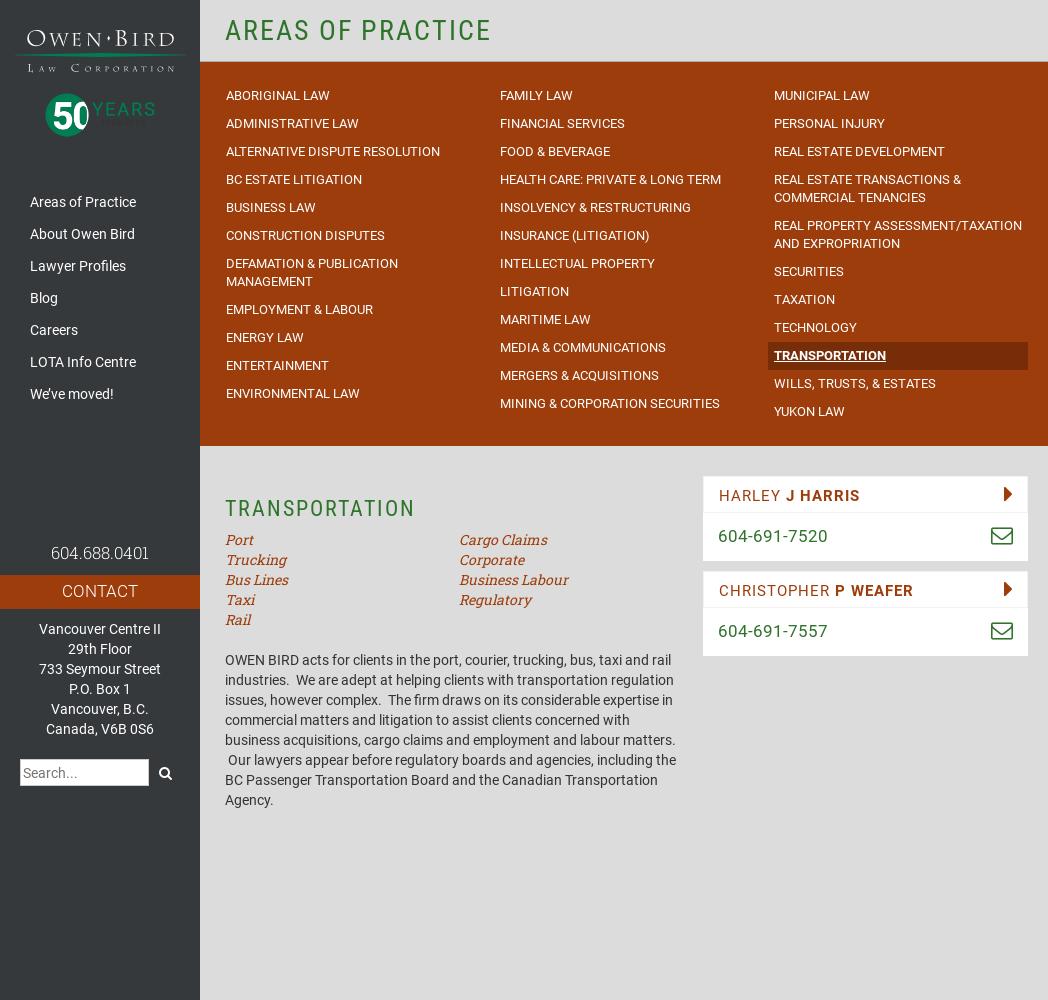  What do you see at coordinates (829, 494) in the screenshot?
I see `'Harris'` at bounding box center [829, 494].